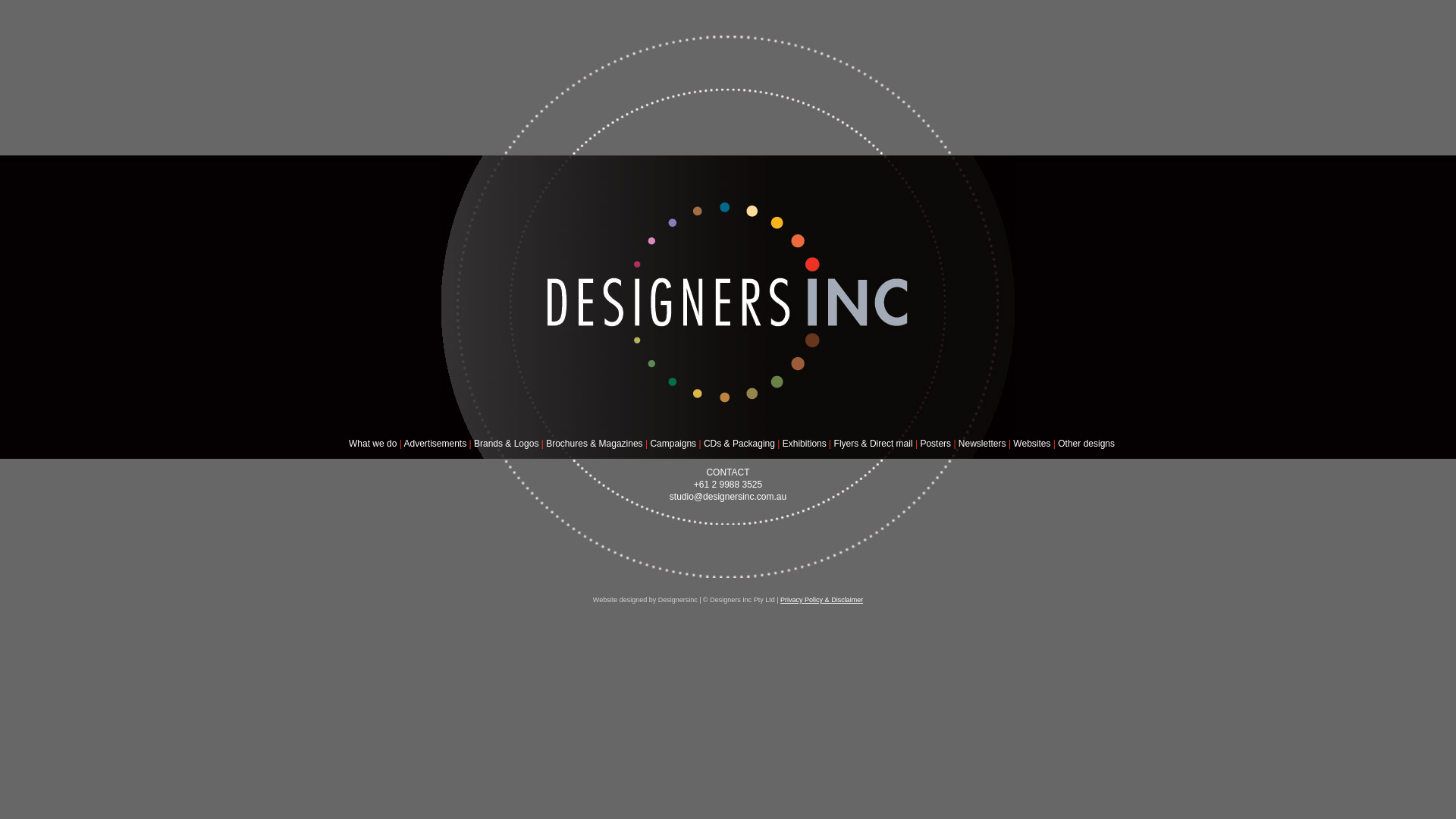  Describe the element at coordinates (739, 444) in the screenshot. I see `'CDs & Packaging'` at that location.